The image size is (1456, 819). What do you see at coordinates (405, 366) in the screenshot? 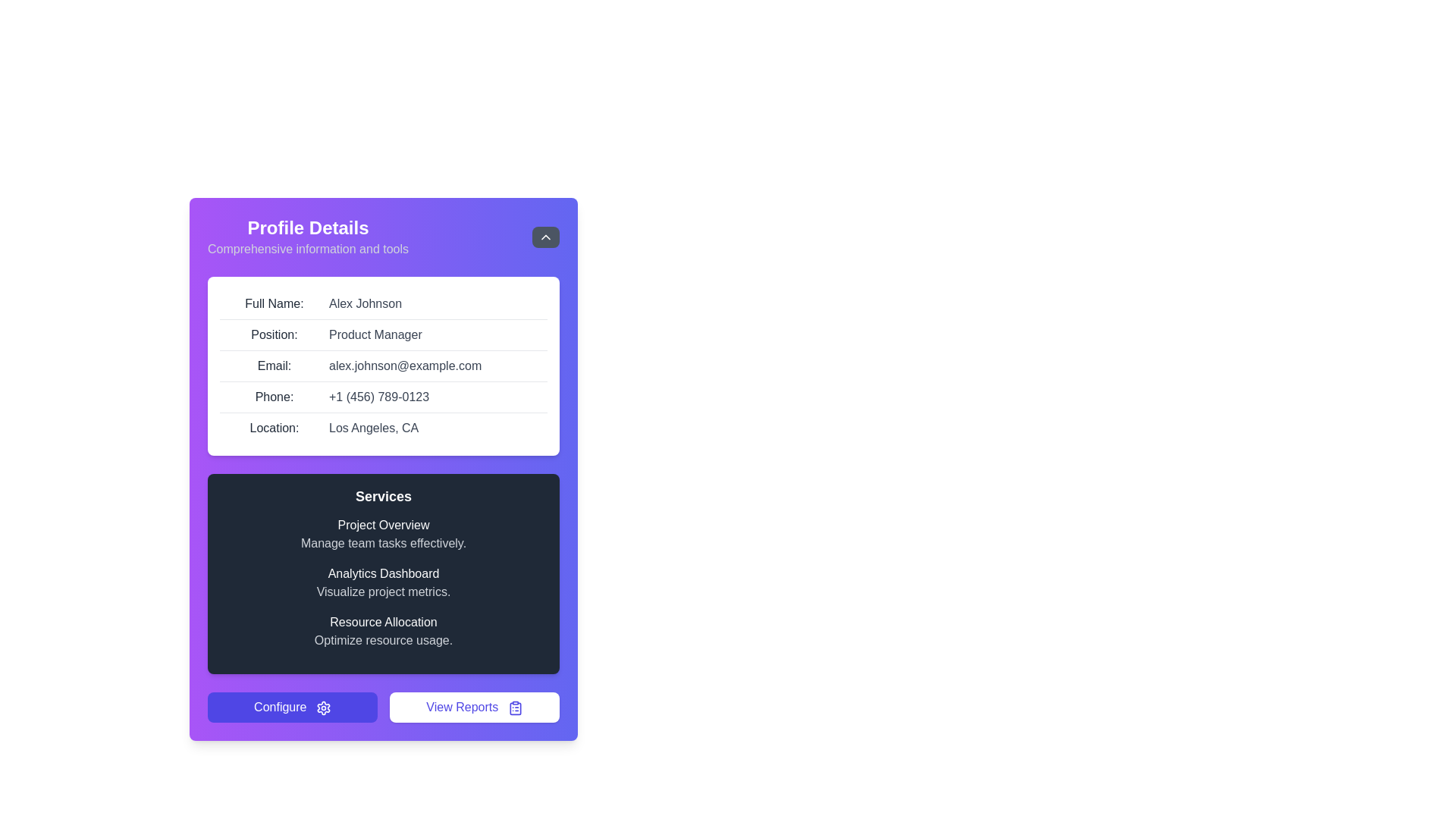
I see `text label displaying the email address 'alex.johnson@example.com', which is styled with a gray font color and located in the central part of the profile details section` at bounding box center [405, 366].